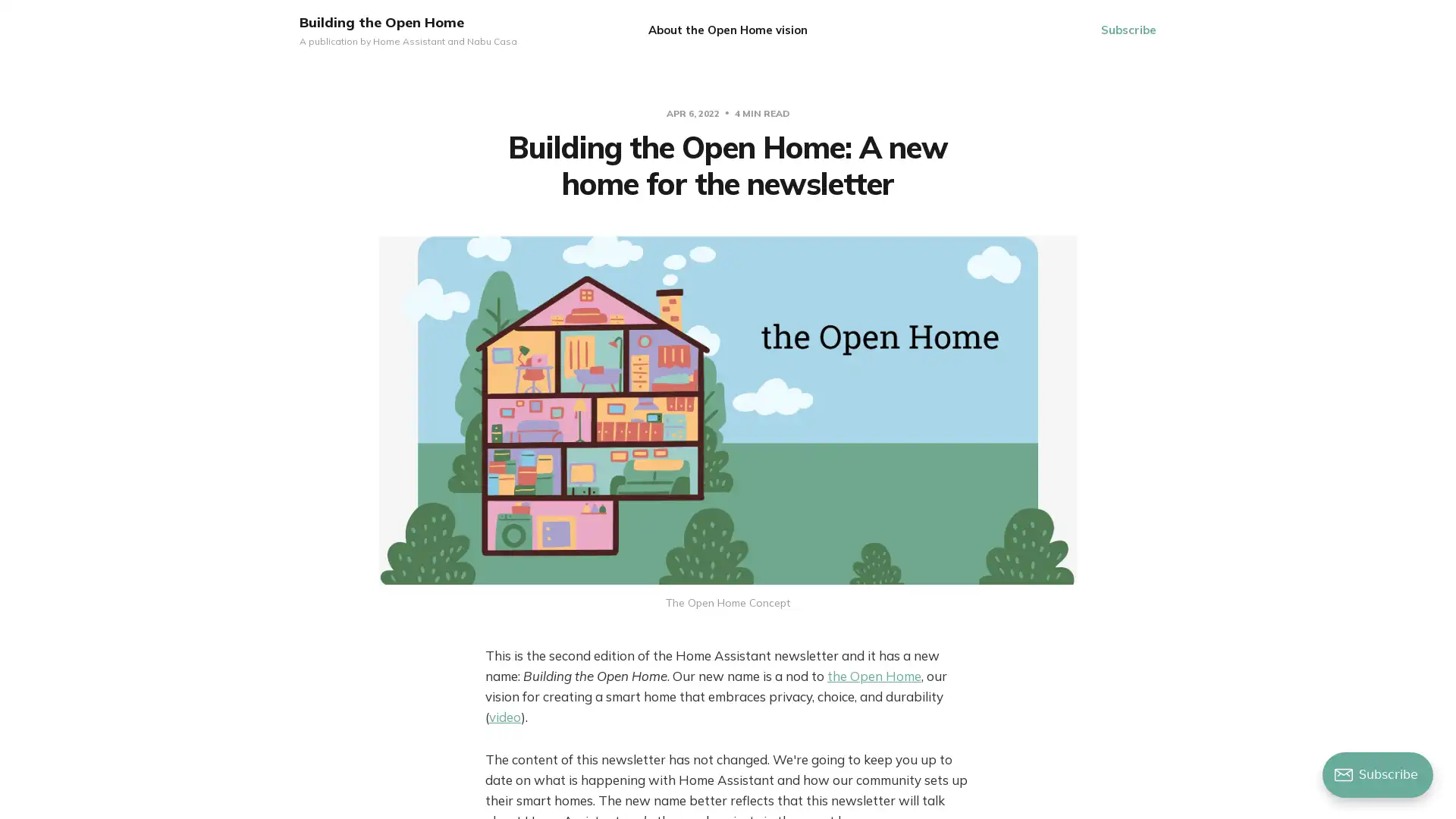 The image size is (1456, 819). I want to click on Subscribe, so click(1128, 30).